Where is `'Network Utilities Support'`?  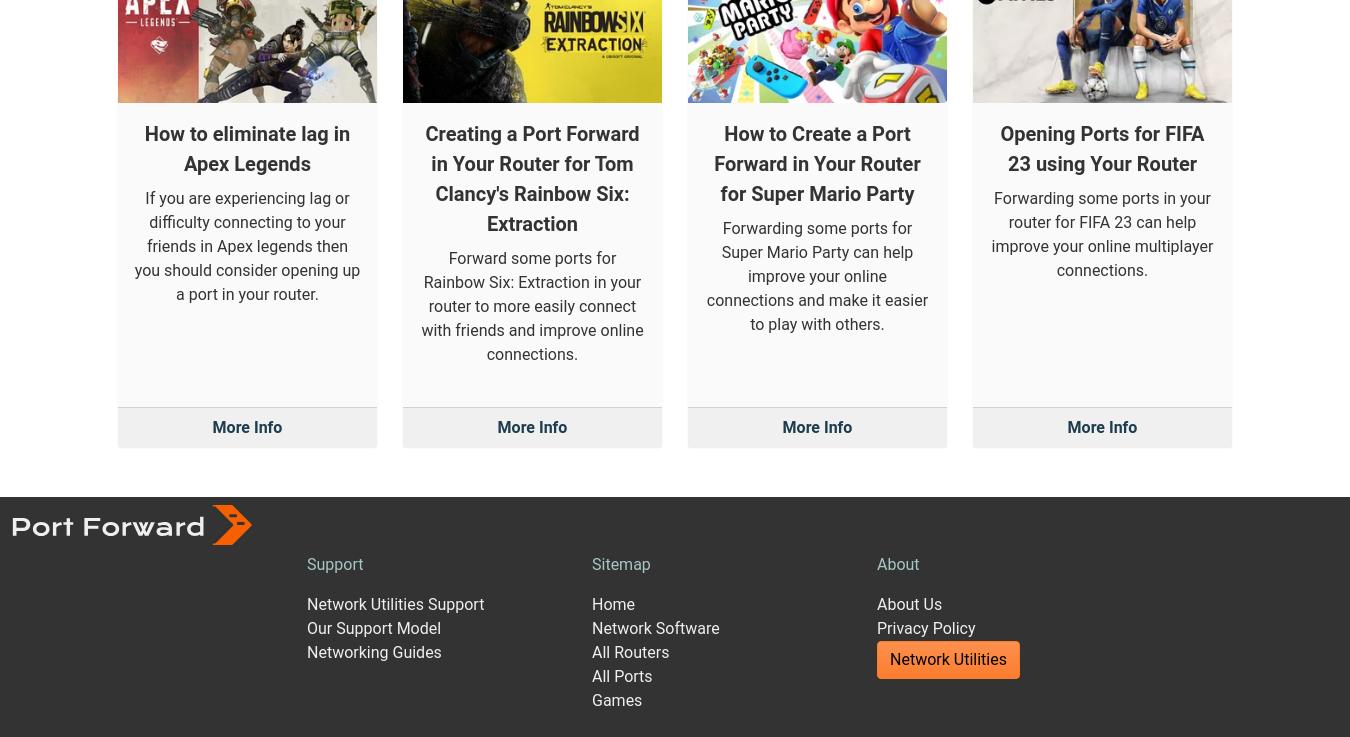 'Network Utilities Support' is located at coordinates (395, 410).